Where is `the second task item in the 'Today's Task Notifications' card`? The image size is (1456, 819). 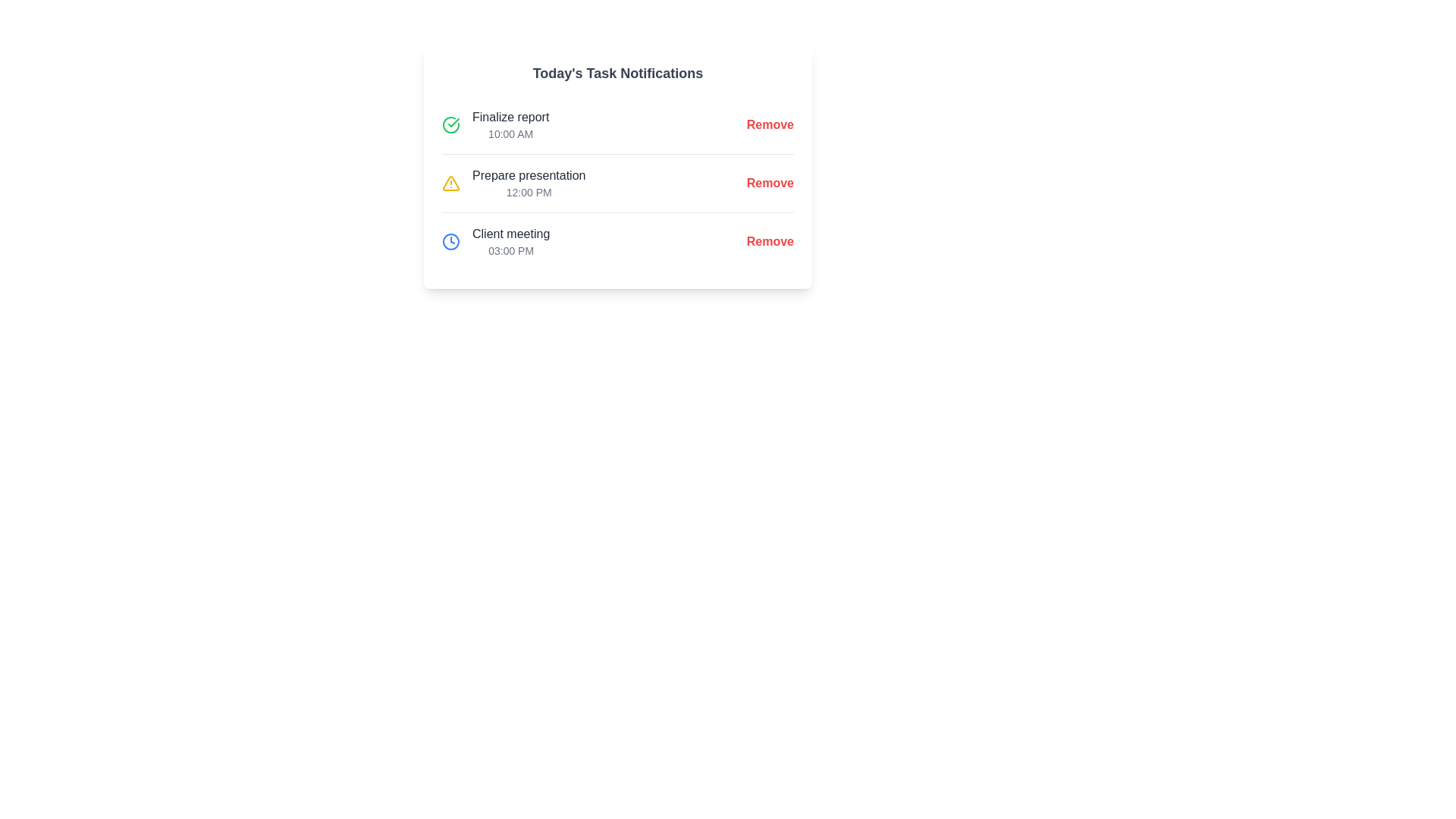 the second task item in the 'Today's Task Notifications' card is located at coordinates (618, 166).